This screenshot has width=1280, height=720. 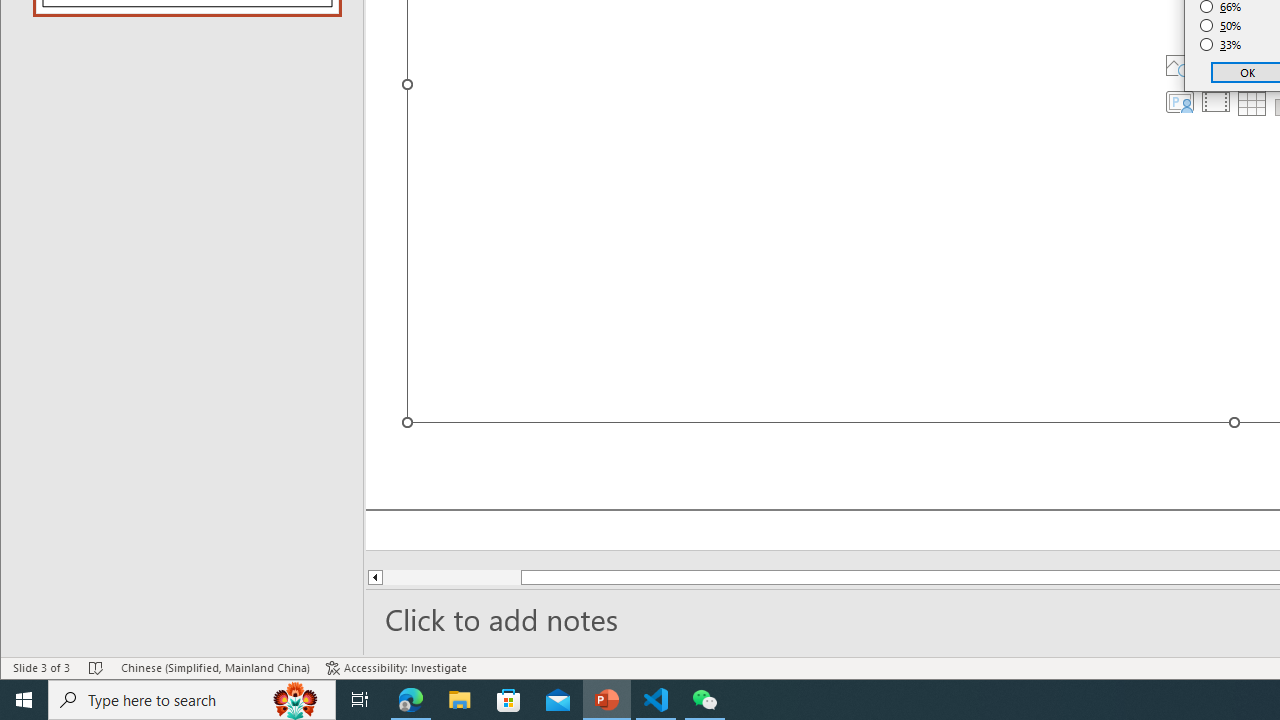 I want to click on 'Microsoft Edge - 1 running window', so click(x=410, y=698).